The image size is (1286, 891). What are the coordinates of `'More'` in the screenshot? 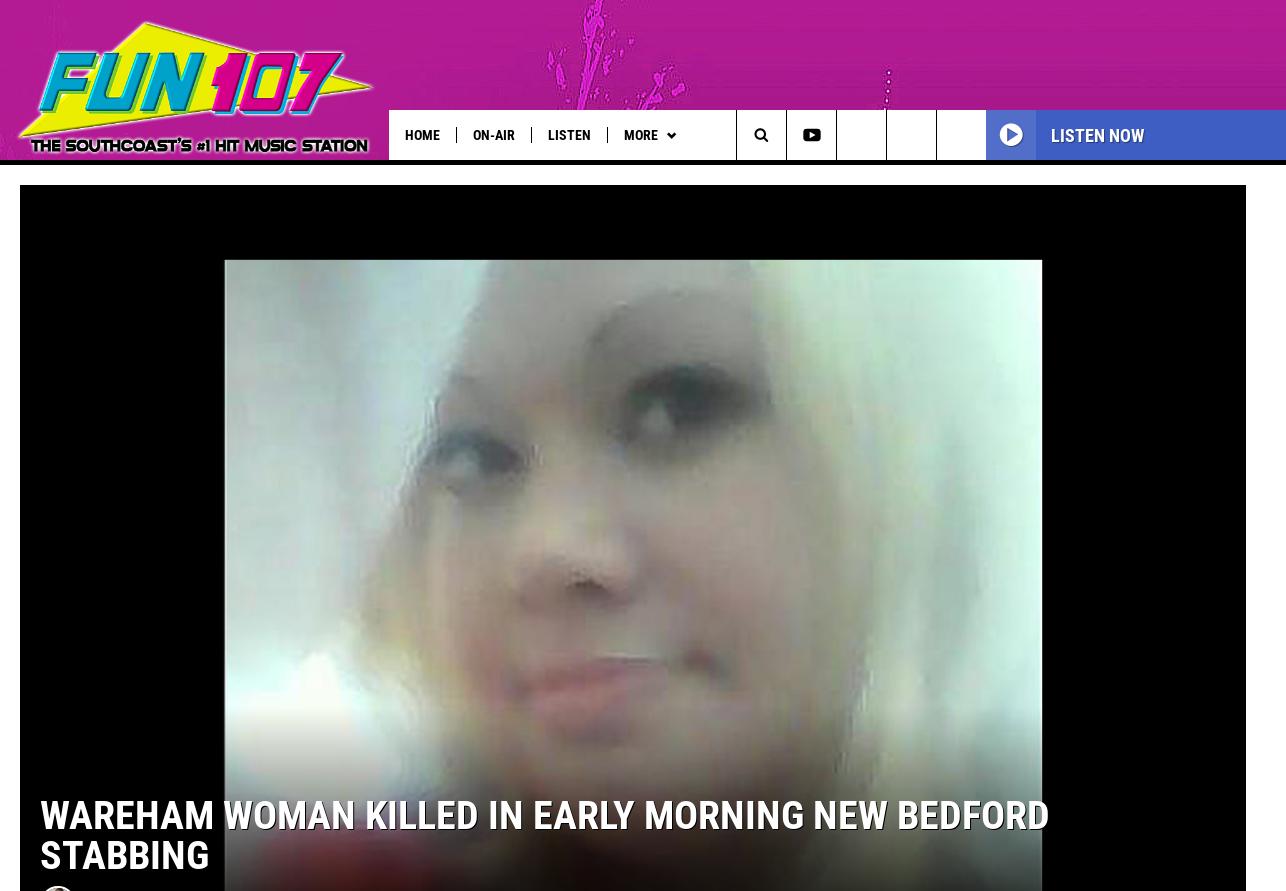 It's located at (621, 133).